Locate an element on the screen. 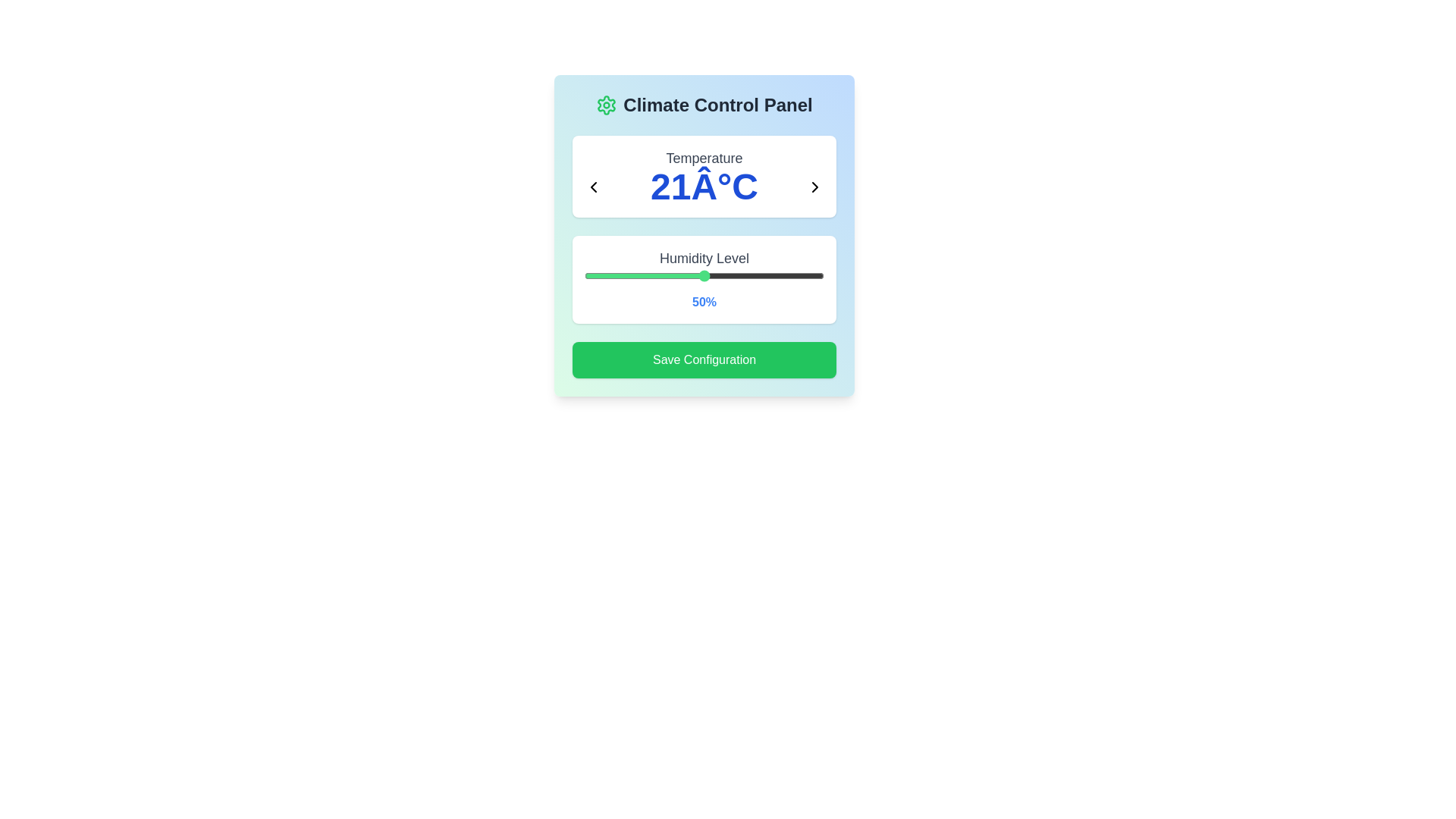 The image size is (1456, 819). the humidity slider to 96% is located at coordinates (814, 275).